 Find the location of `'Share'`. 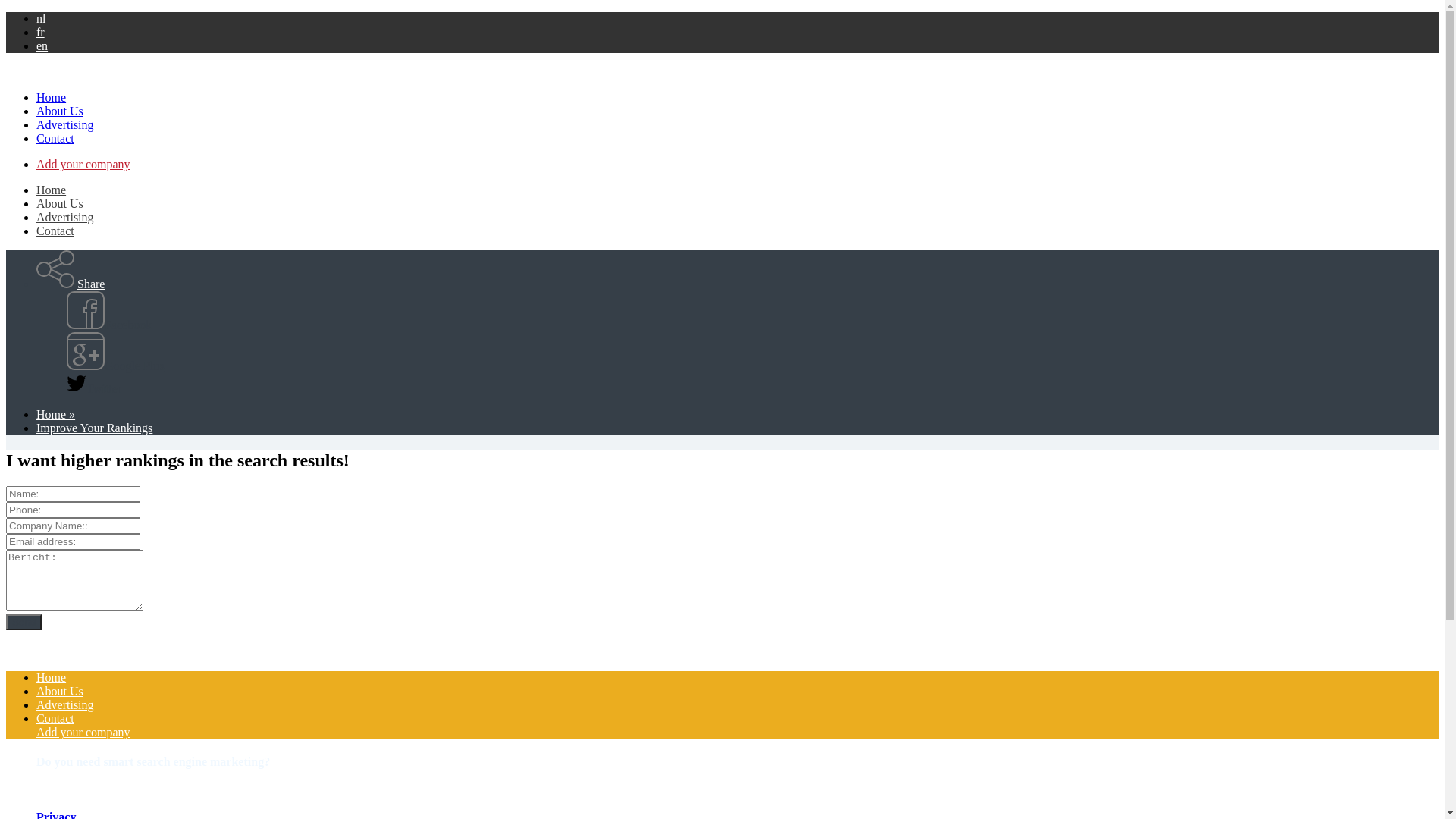

'Share' is located at coordinates (90, 284).